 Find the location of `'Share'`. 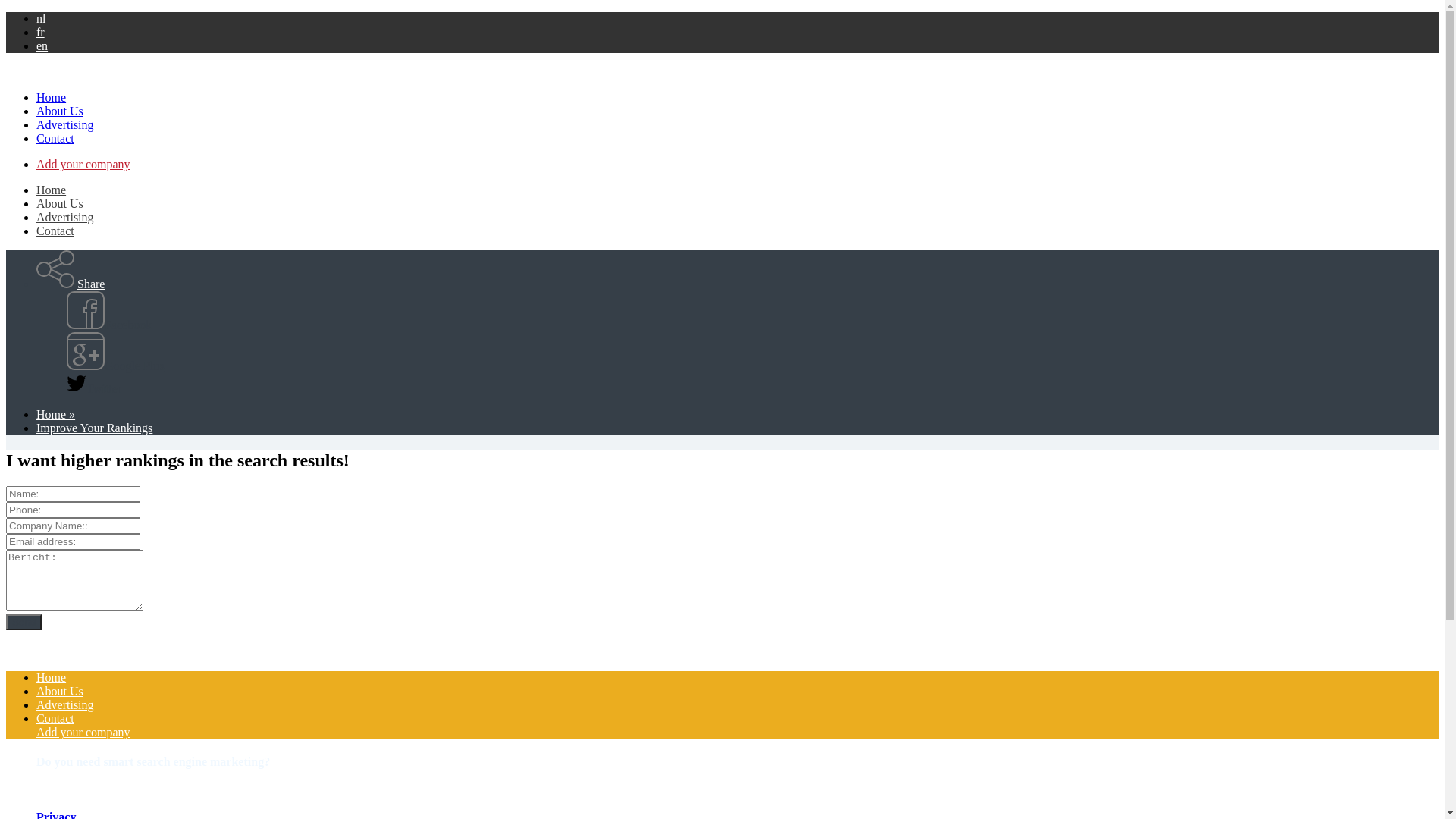

'Share' is located at coordinates (90, 284).